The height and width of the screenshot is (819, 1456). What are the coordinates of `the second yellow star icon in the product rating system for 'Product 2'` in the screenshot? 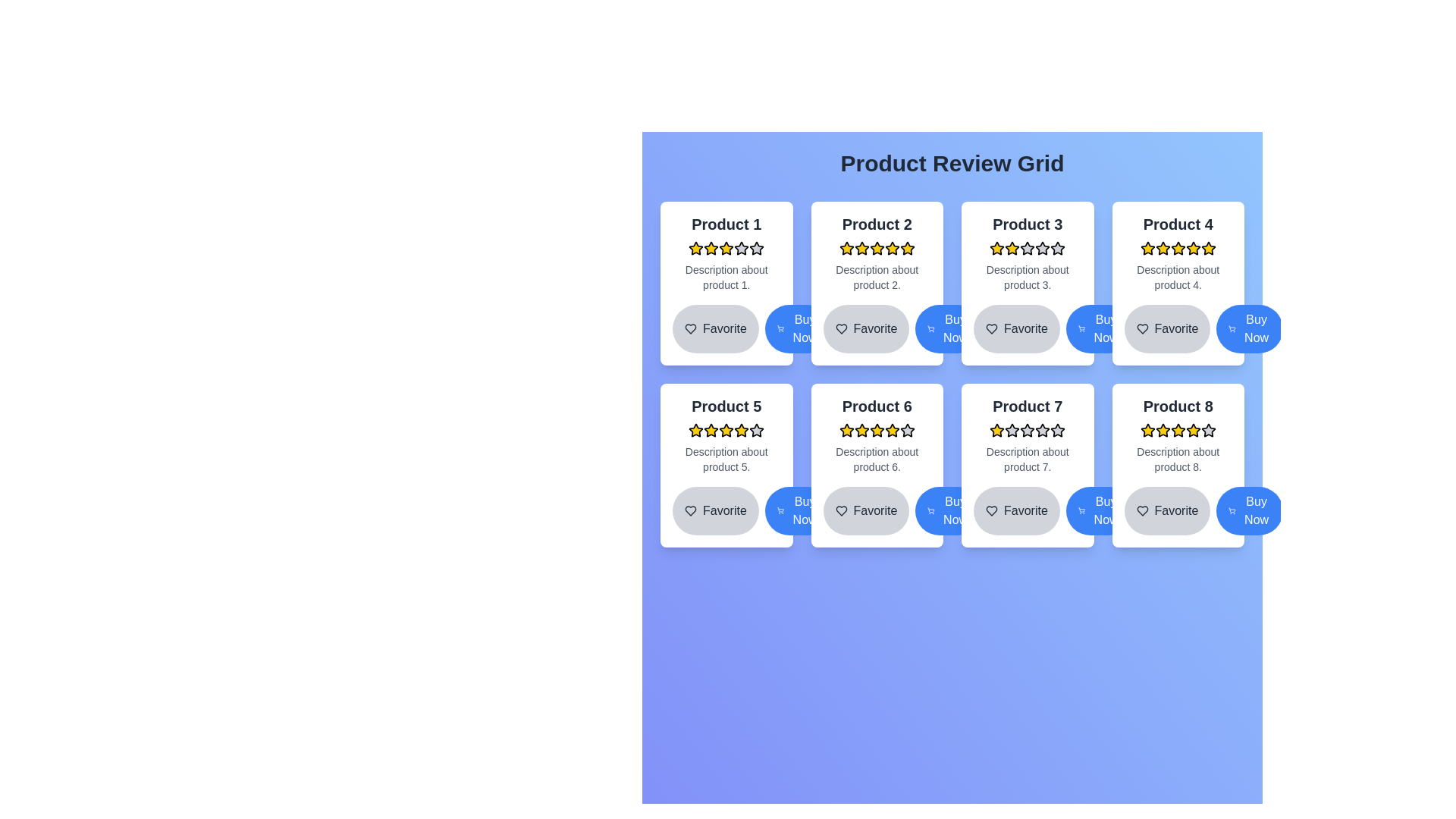 It's located at (877, 247).